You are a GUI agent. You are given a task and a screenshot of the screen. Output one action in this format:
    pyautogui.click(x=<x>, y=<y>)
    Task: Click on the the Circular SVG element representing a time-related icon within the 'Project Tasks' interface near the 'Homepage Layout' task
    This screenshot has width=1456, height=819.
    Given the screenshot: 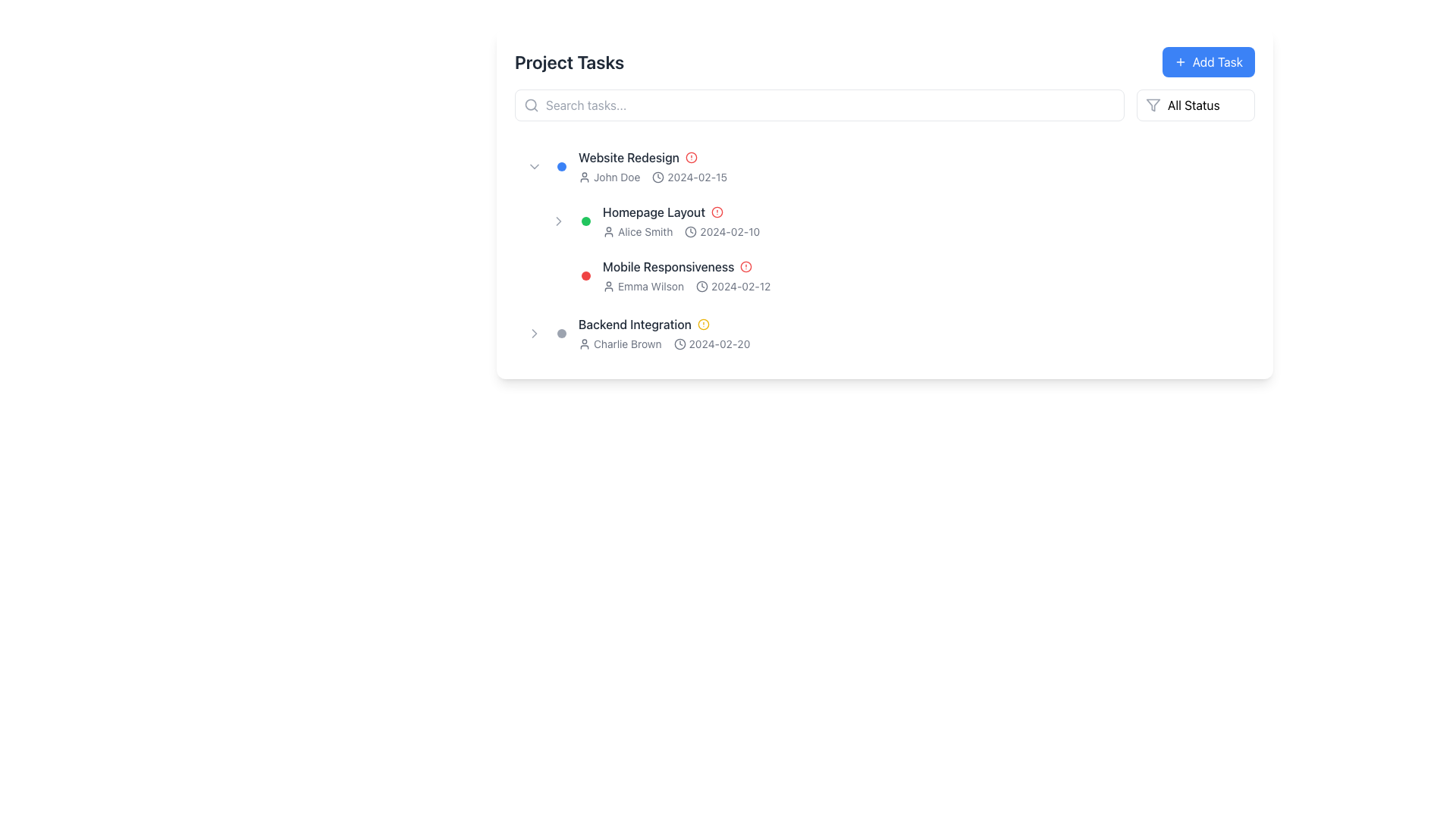 What is the action you would take?
    pyautogui.click(x=690, y=231)
    